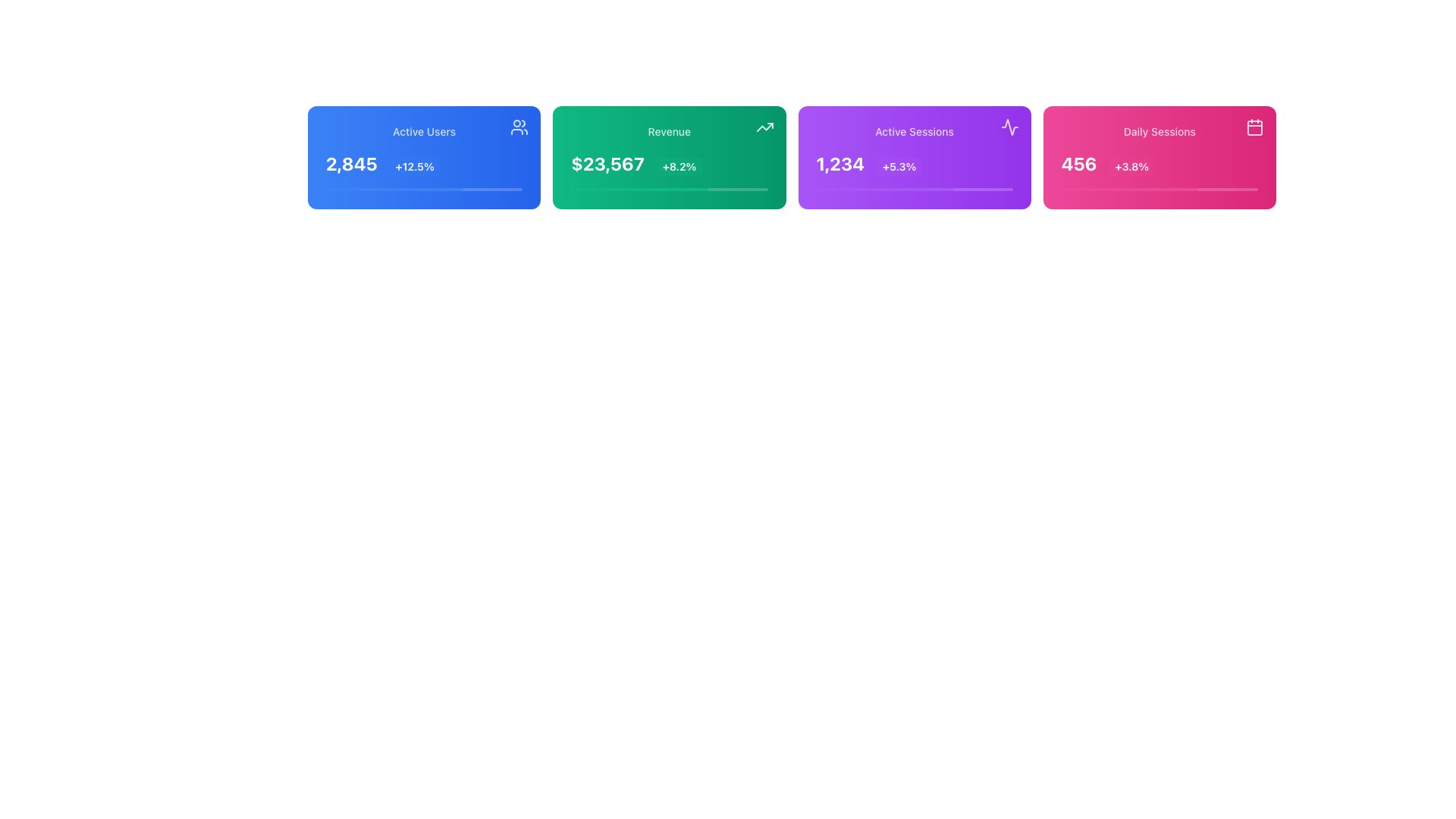 The width and height of the screenshot is (1456, 819). What do you see at coordinates (1255, 127) in the screenshot?
I see `the calendar icon located` at bounding box center [1255, 127].